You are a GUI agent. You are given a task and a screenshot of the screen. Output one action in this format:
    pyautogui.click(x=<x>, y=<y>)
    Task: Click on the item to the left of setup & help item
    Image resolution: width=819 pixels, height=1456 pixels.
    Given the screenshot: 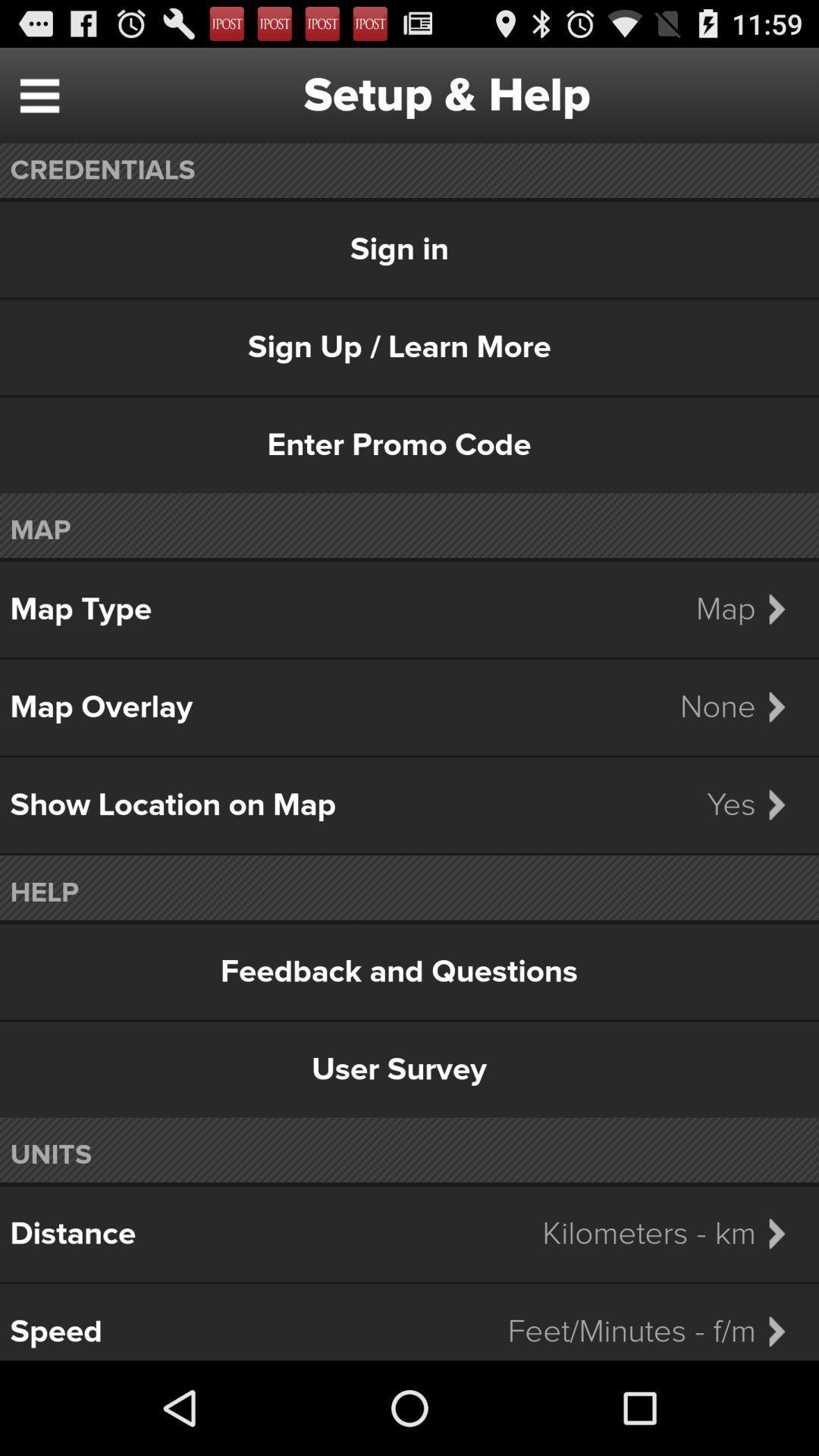 What is the action you would take?
    pyautogui.click(x=39, y=94)
    